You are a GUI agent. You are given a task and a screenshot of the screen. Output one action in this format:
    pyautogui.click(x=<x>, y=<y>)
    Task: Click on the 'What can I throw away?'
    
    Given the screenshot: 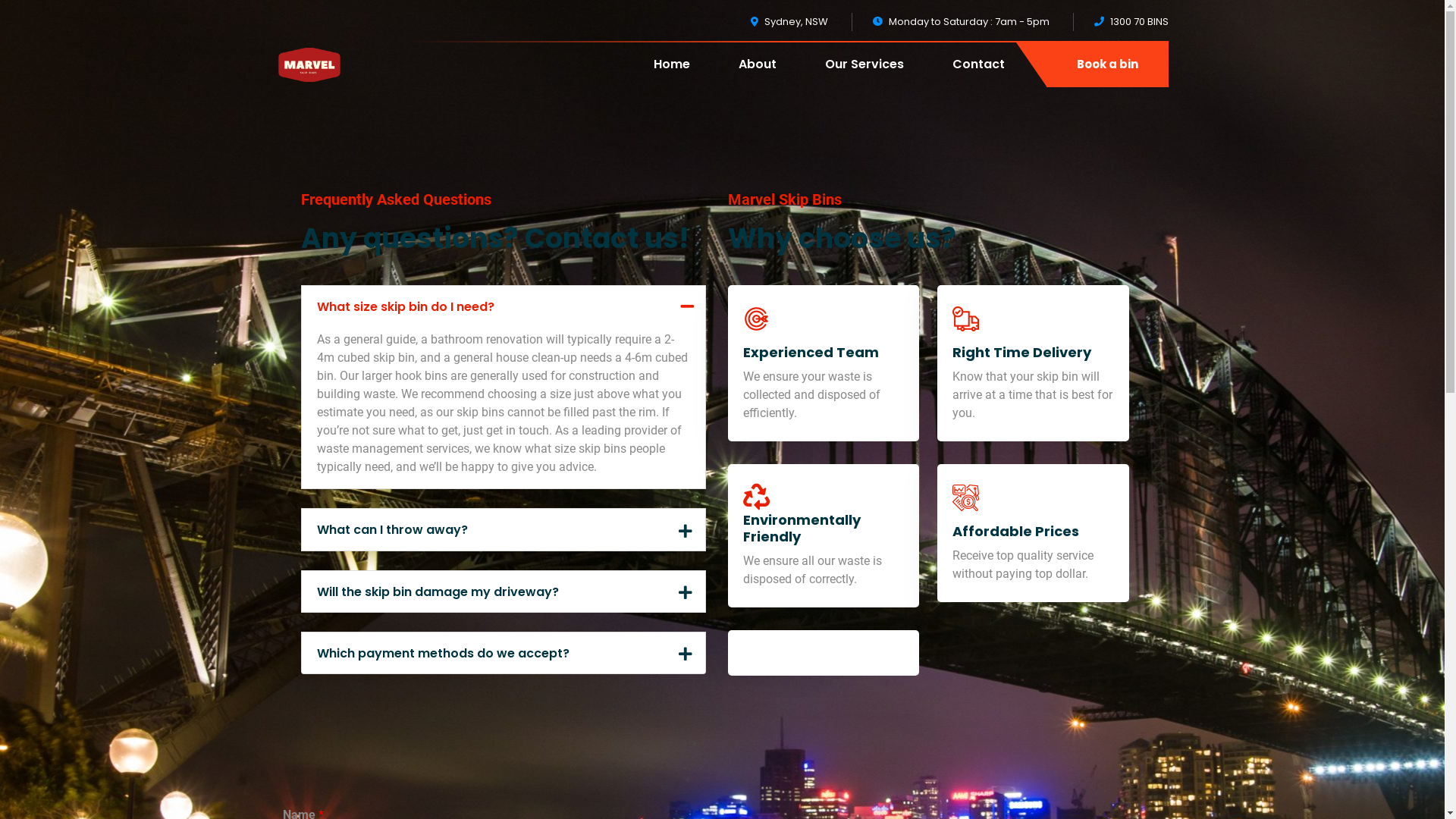 What is the action you would take?
    pyautogui.click(x=503, y=529)
    